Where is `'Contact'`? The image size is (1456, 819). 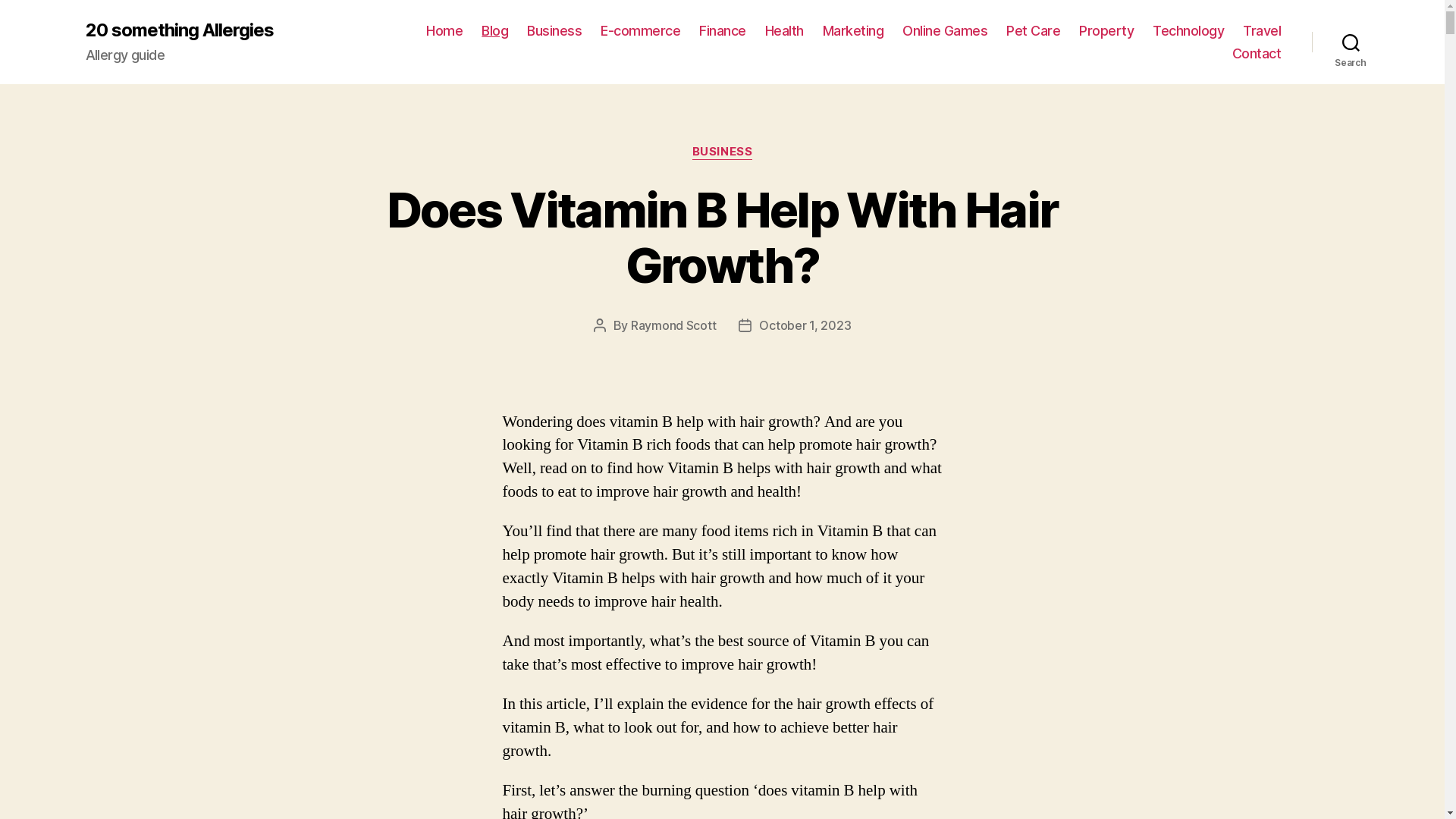 'Contact' is located at coordinates (1257, 52).